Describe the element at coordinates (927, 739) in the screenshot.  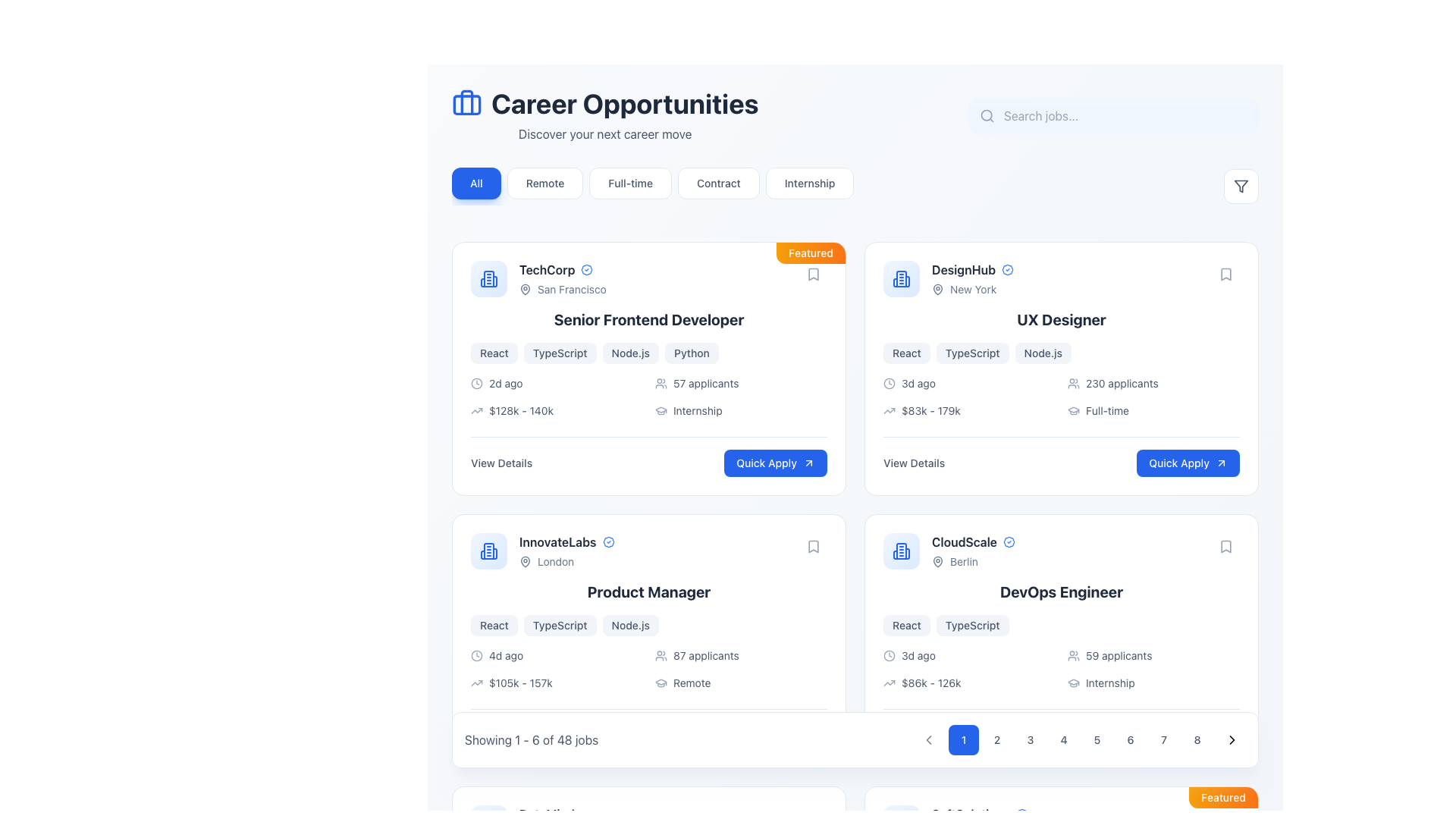
I see `the button located in the pagination section to the left of the pagination number '1'` at that location.